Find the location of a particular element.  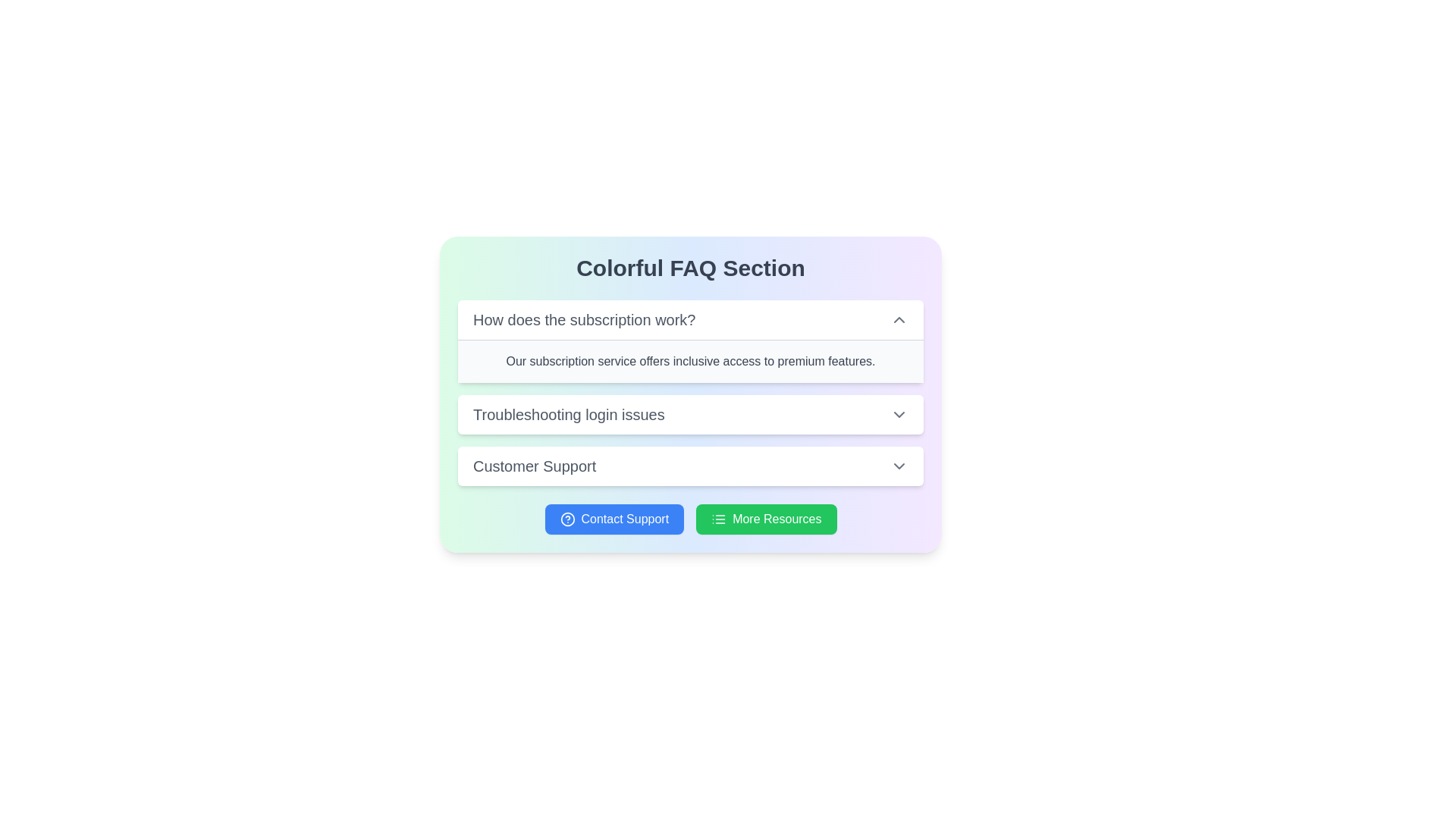

the leftmost button at the bottom center of the interface is located at coordinates (614, 519).